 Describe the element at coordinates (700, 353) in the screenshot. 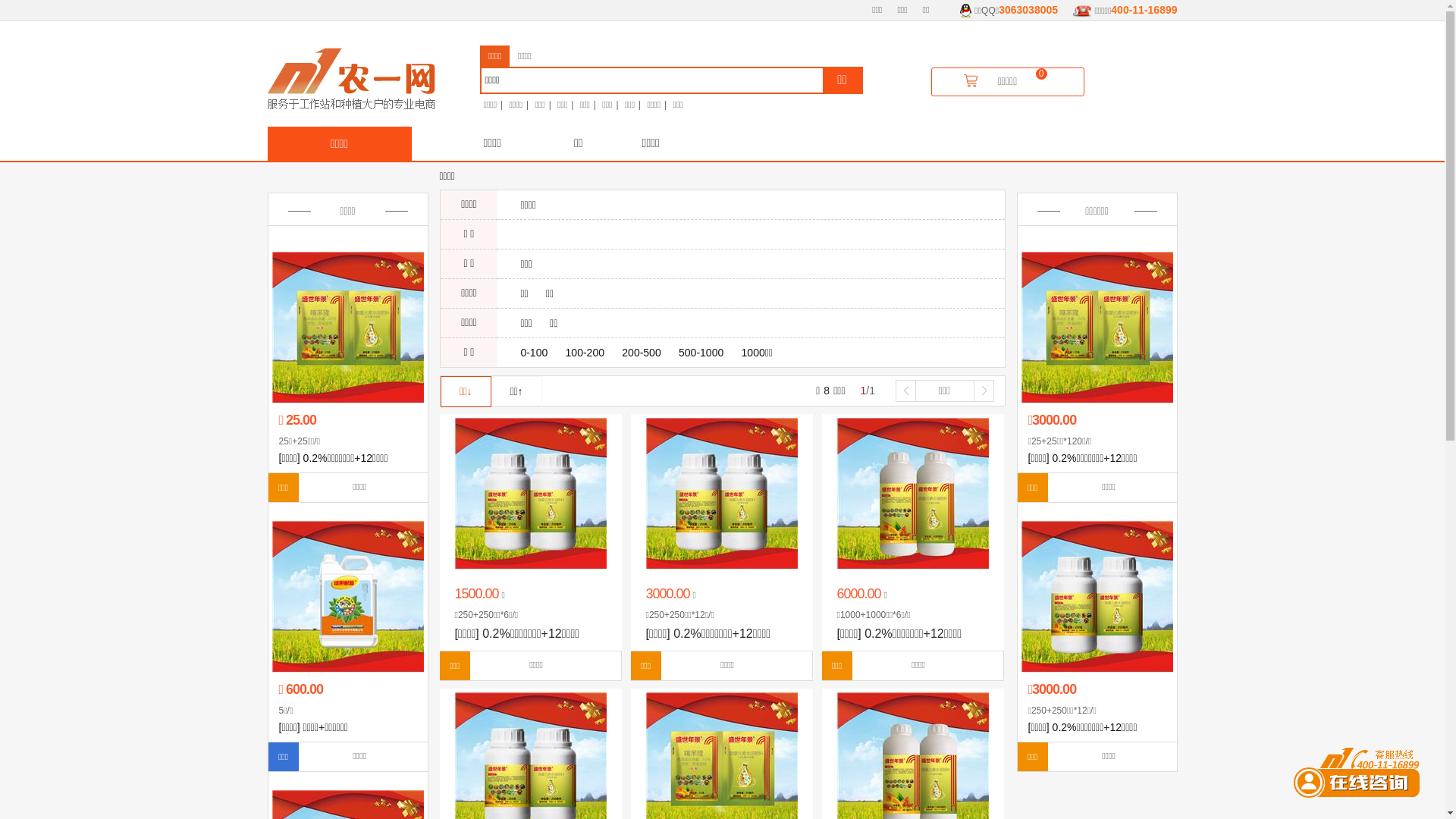

I see `'500-1000'` at that location.